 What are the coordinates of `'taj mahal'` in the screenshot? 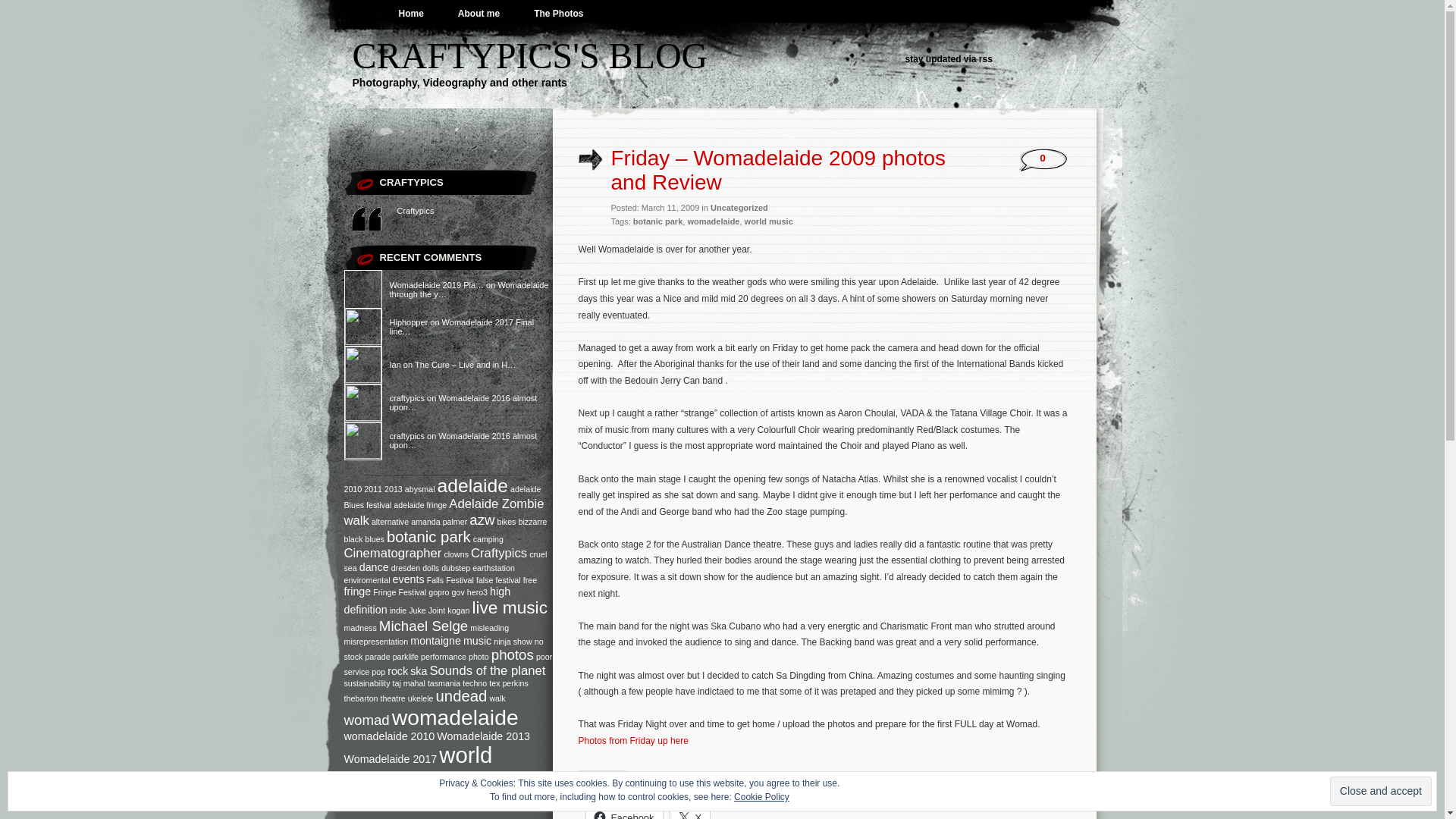 It's located at (409, 683).